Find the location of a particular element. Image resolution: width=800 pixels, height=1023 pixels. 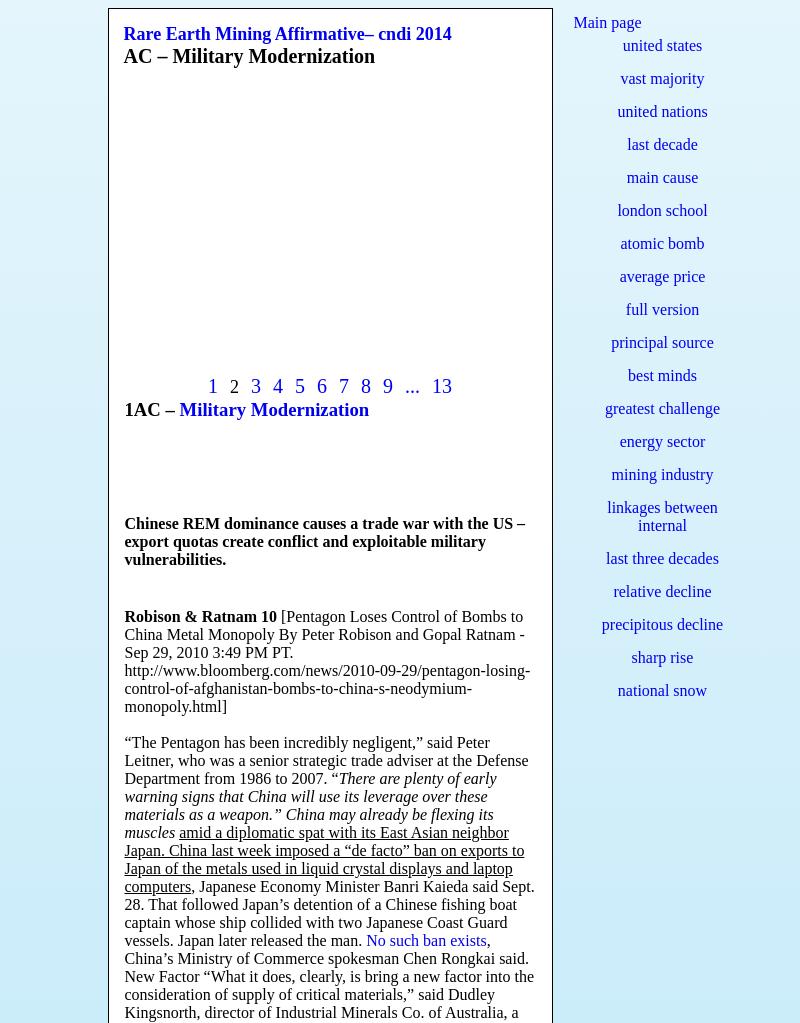

', Japanese Economy Minister Banri Kaieda said Sept. 28. That followed Japan’s detention of a Chinese fishing boat captain whose ship collided with two Japanese Coast Guard vessels. Japan later released the man.' is located at coordinates (123, 912).